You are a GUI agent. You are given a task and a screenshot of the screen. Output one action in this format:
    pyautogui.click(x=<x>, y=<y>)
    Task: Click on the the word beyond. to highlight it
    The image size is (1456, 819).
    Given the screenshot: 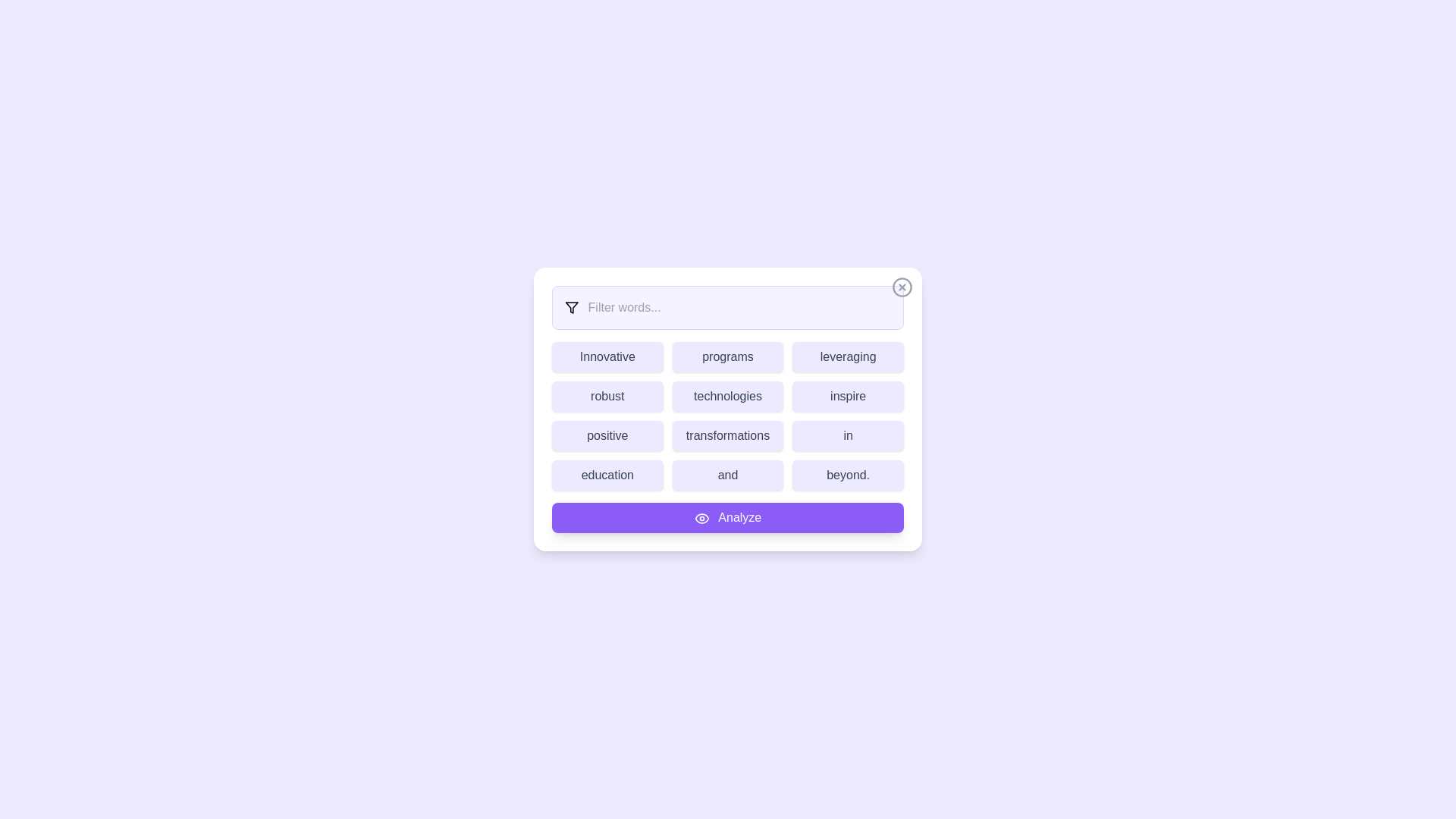 What is the action you would take?
    pyautogui.click(x=847, y=475)
    